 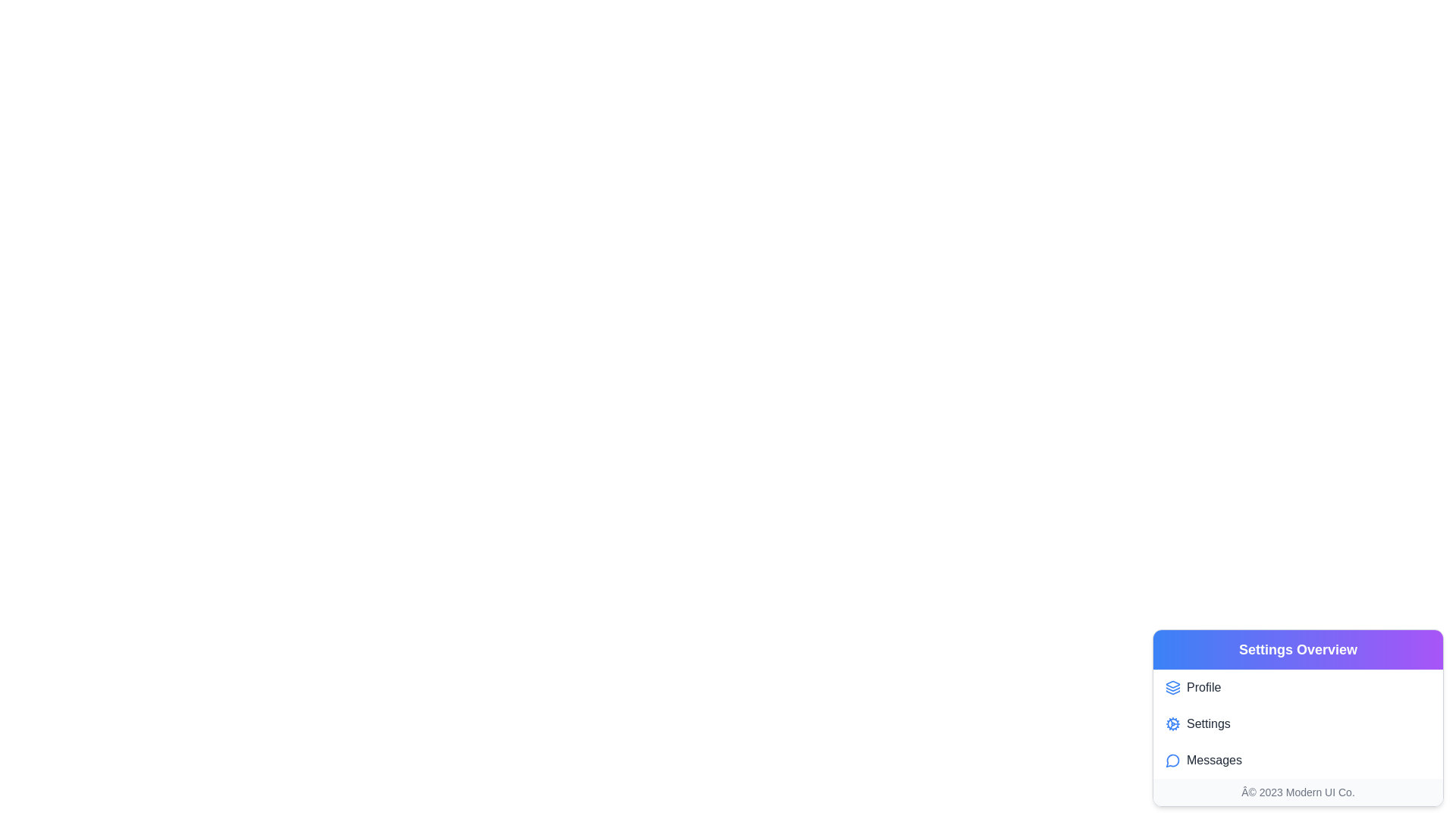 What do you see at coordinates (1203, 687) in the screenshot?
I see `the 'Profile' text label, which is the first item in the vertical list of options under the 'Settings Overview' heading, displayed in grayish-black font on a light blue background` at bounding box center [1203, 687].